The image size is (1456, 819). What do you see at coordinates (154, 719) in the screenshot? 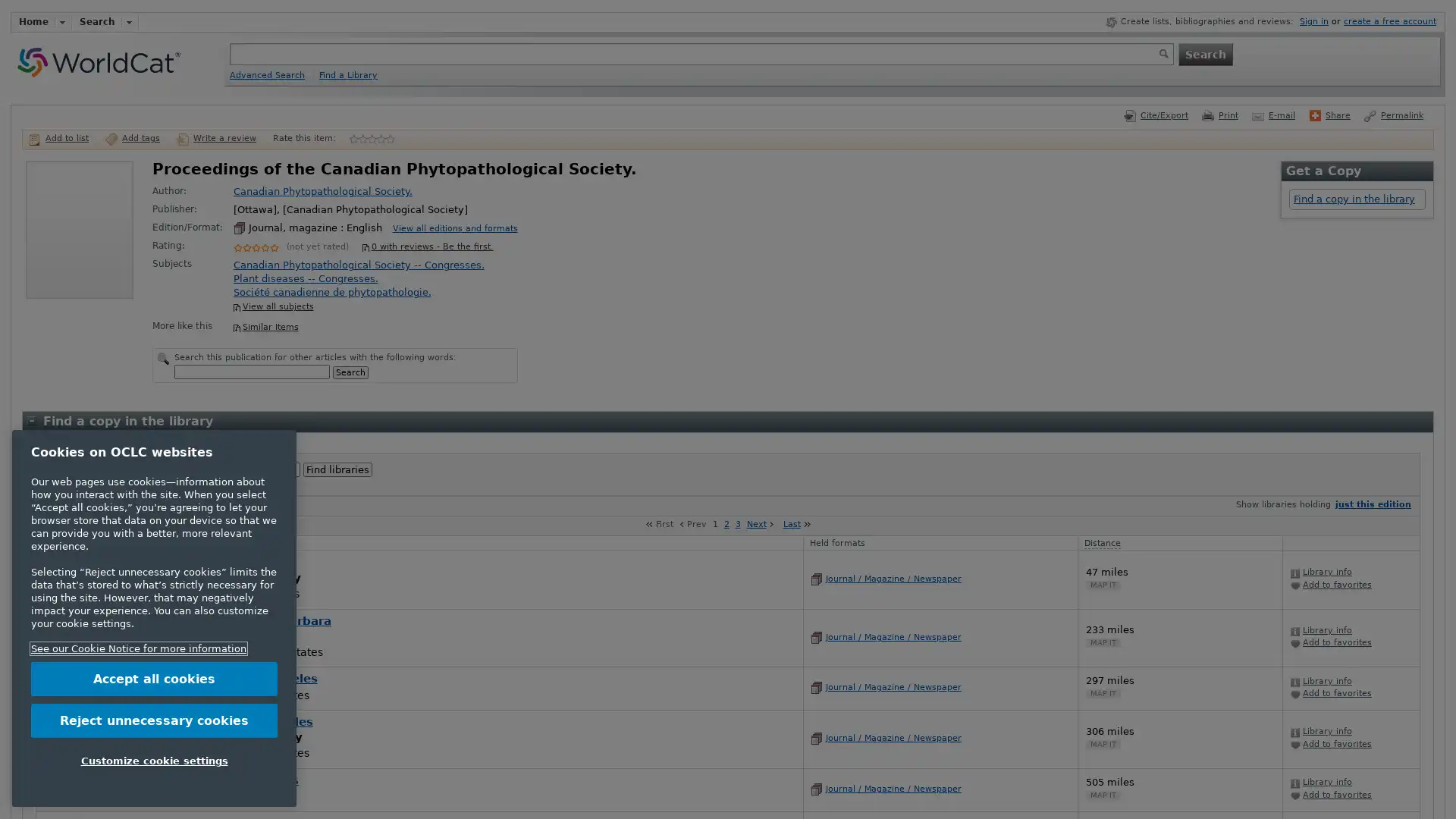
I see `Reject unnecessary cookies` at bounding box center [154, 719].